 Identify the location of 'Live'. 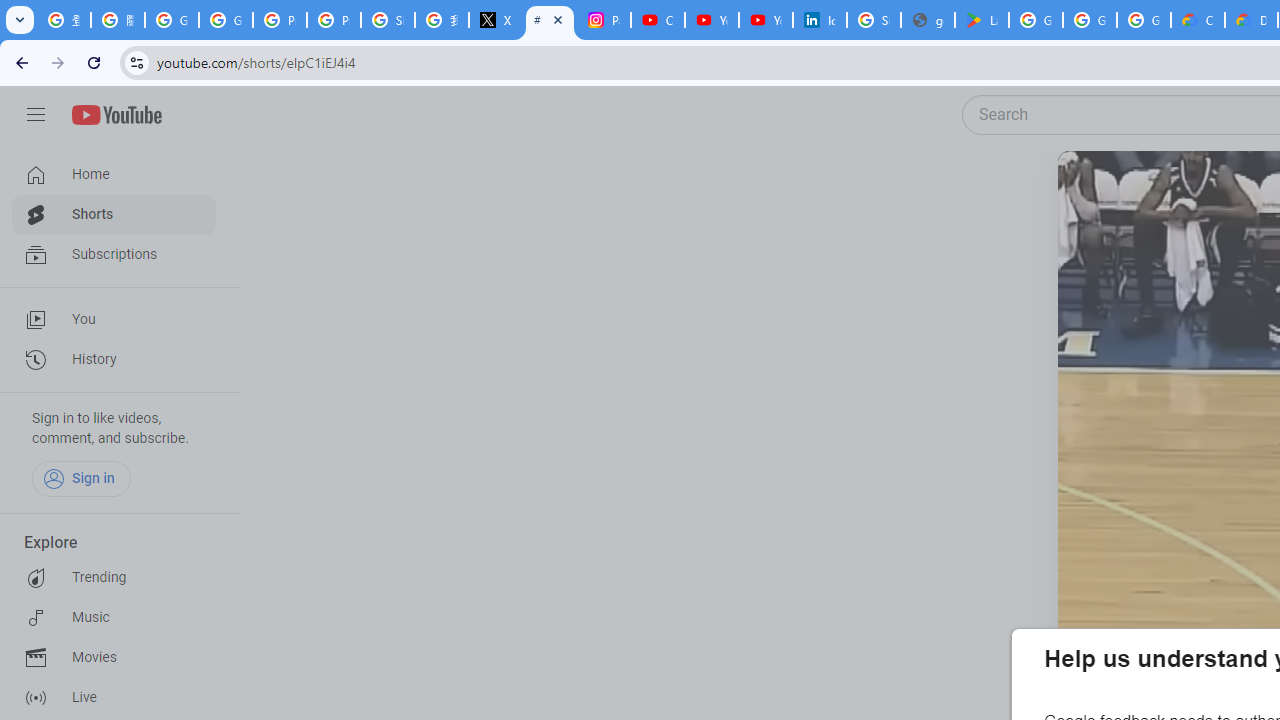
(112, 697).